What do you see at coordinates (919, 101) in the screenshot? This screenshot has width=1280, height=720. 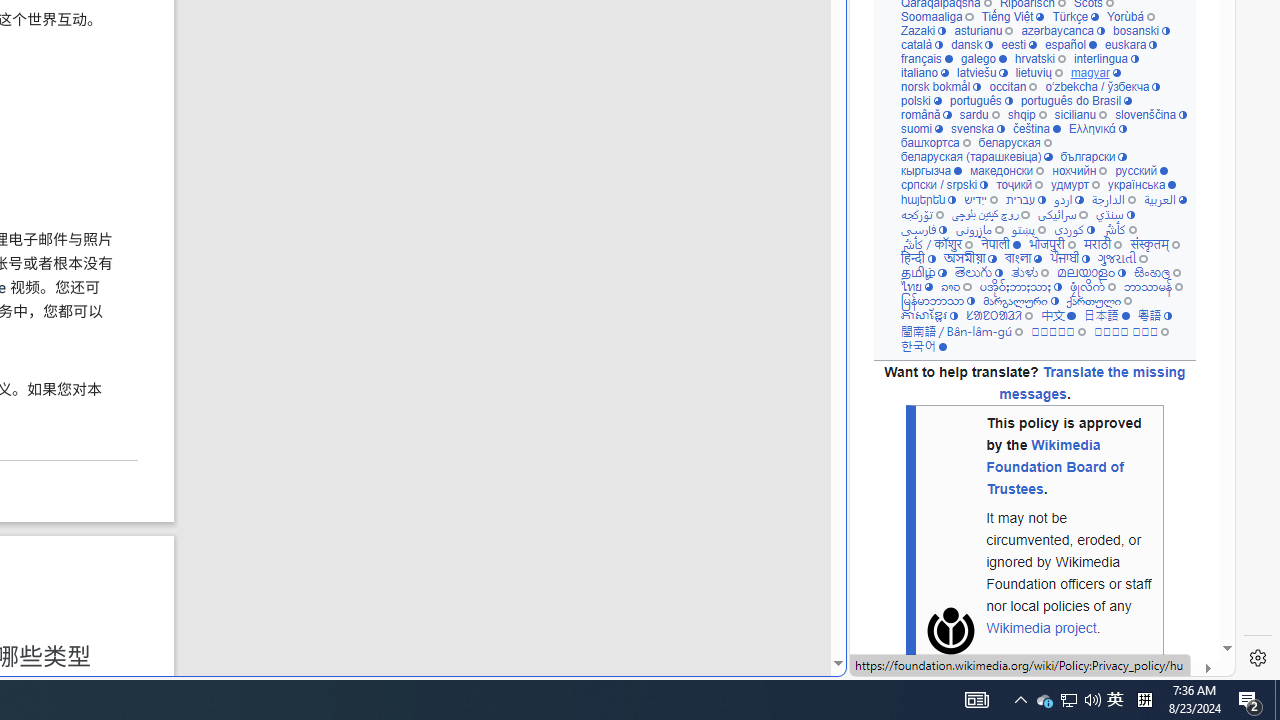 I see `'polski'` at bounding box center [919, 101].